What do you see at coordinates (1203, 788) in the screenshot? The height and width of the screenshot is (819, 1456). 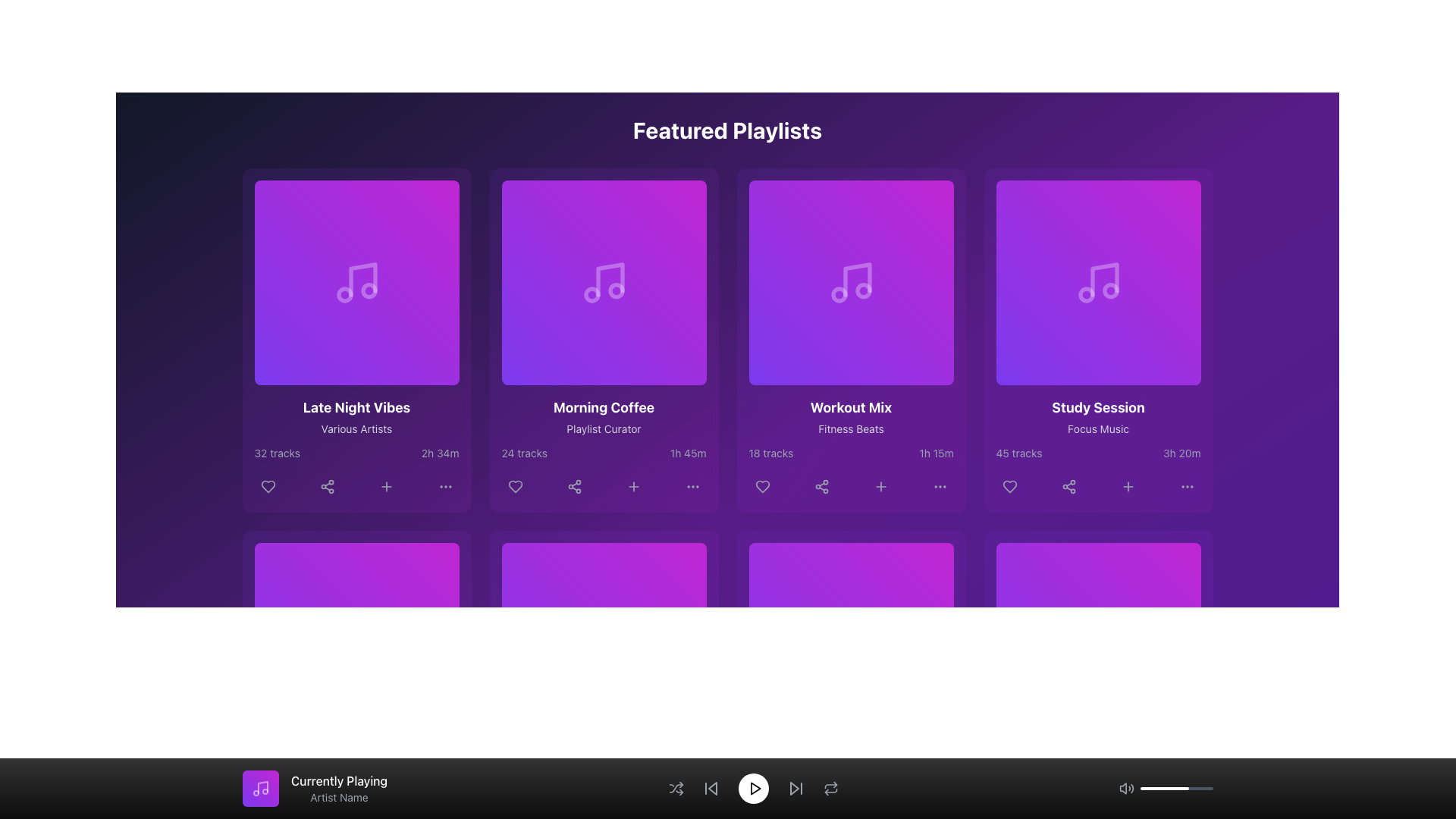 I see `the volume level` at bounding box center [1203, 788].